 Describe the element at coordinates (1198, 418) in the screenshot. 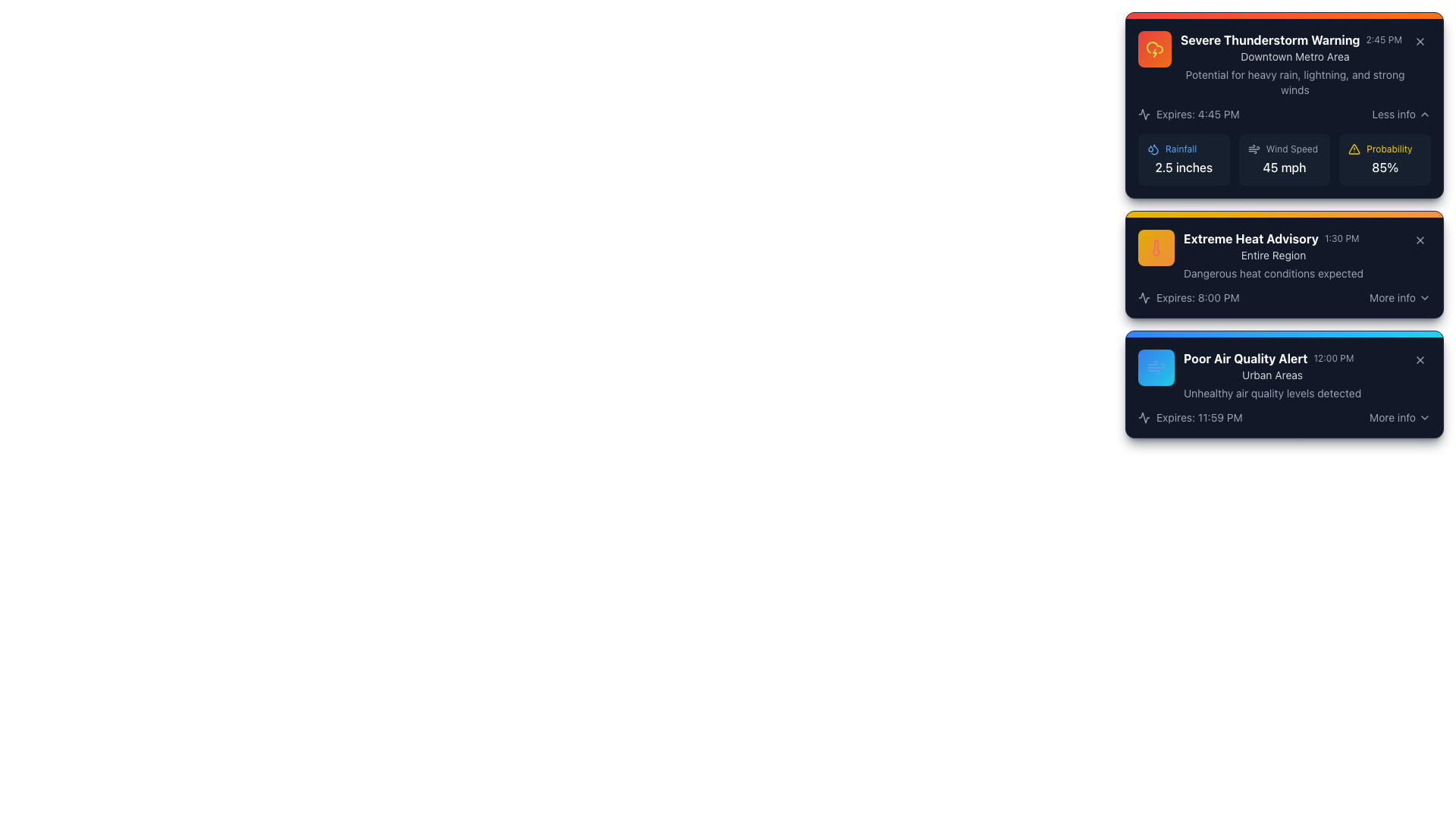

I see `expiration time from the Text Label that says 'Expires: 11:59 PM', which is styled with a dark background and light-colored text, located within the 'Poor Air Quality Alert' card` at that location.